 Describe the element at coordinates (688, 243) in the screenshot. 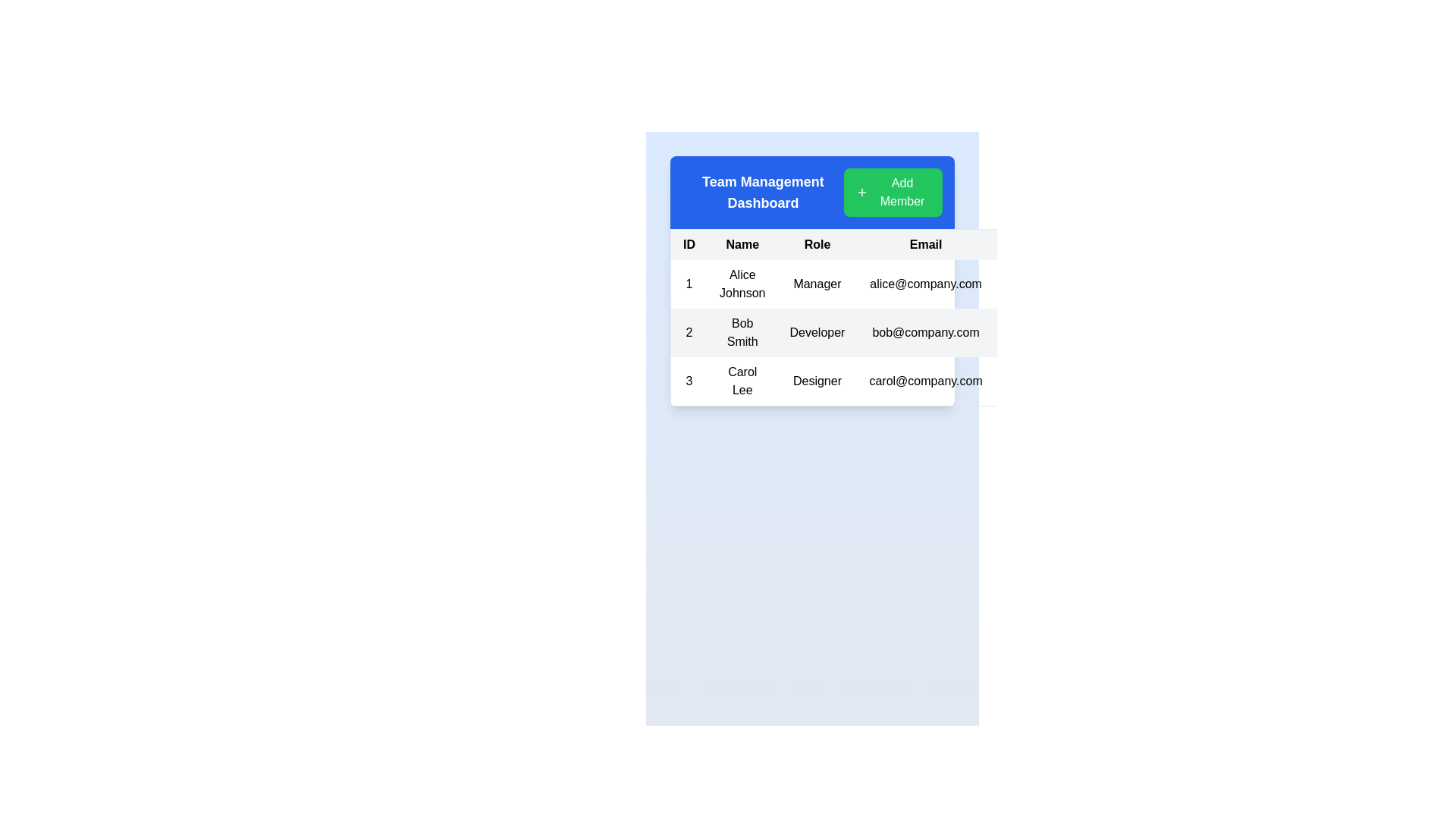

I see `the table header cell that serves as the header label for the column listing unique identifiers for entries in the table, located in the top-left corner of the table` at that location.